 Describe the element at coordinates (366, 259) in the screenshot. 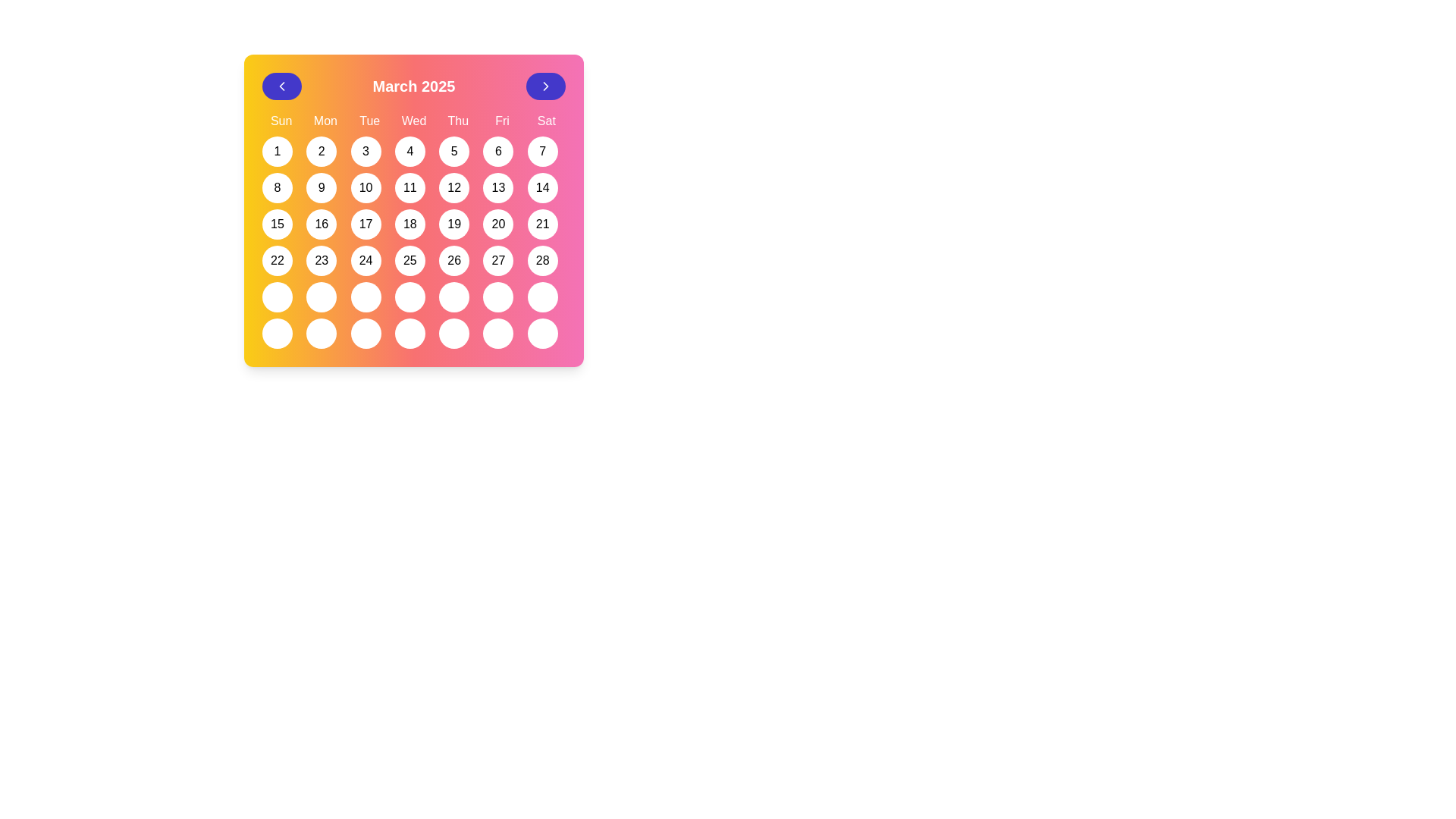

I see `the circular button with a white background and black text '24' to change its background color to indigo` at that location.